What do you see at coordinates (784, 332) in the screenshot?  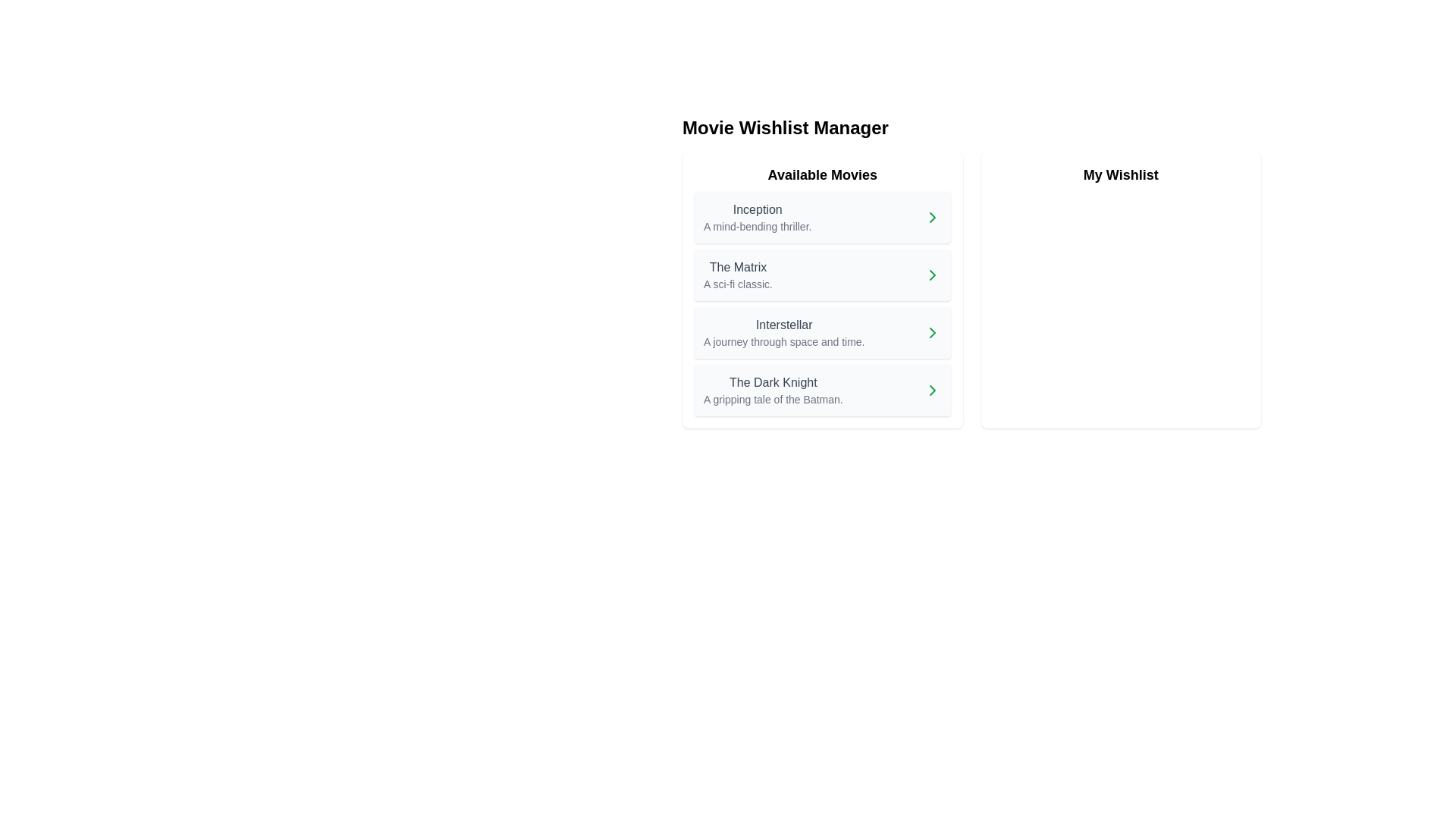 I see `text of the Text label with dual sections titled 'Interstellar', which includes the subtitle 'A journey through space and time.'` at bounding box center [784, 332].